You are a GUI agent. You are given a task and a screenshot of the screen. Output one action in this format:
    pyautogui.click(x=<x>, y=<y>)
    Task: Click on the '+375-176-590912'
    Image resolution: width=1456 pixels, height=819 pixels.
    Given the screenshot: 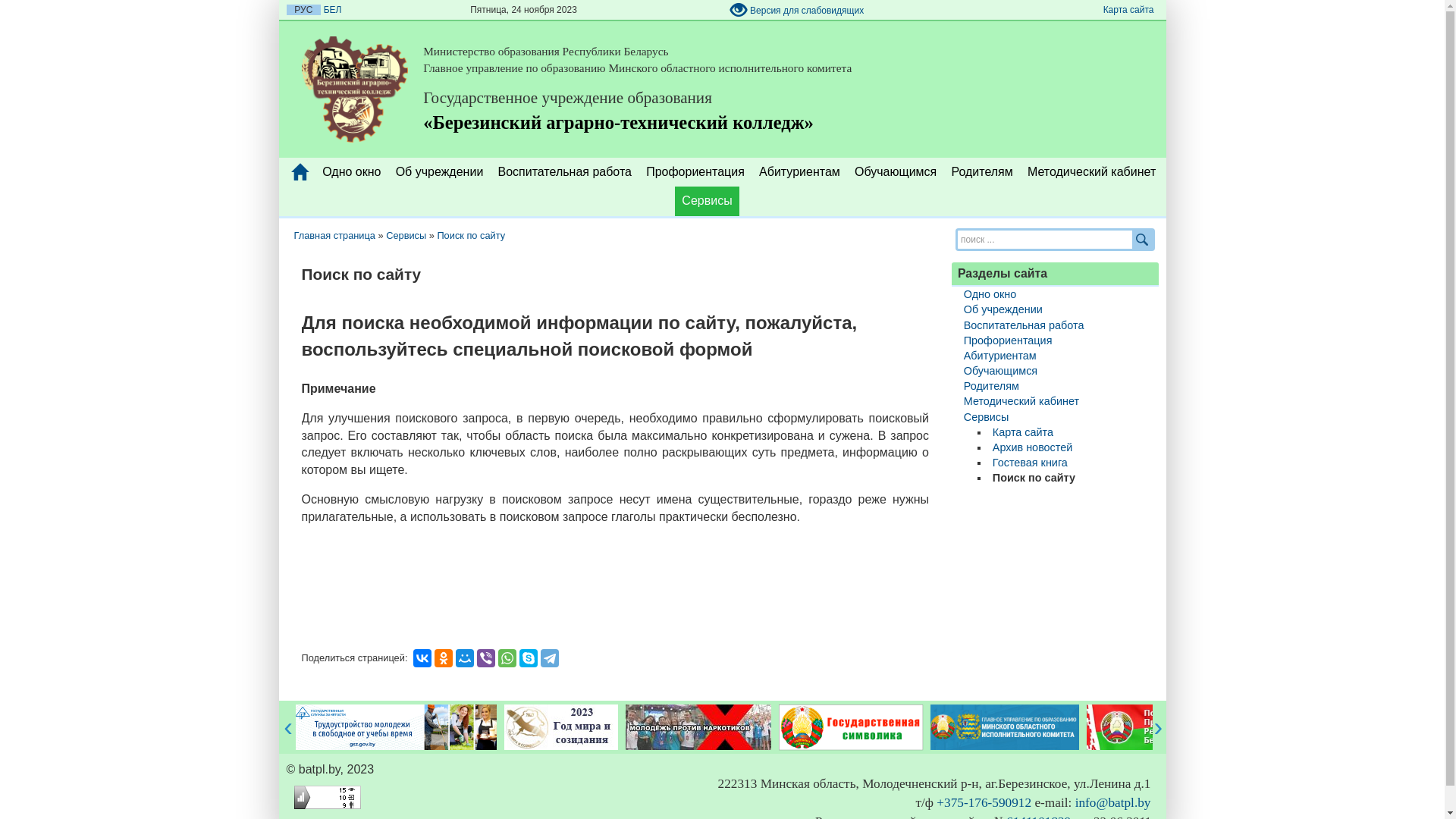 What is the action you would take?
    pyautogui.click(x=984, y=802)
    